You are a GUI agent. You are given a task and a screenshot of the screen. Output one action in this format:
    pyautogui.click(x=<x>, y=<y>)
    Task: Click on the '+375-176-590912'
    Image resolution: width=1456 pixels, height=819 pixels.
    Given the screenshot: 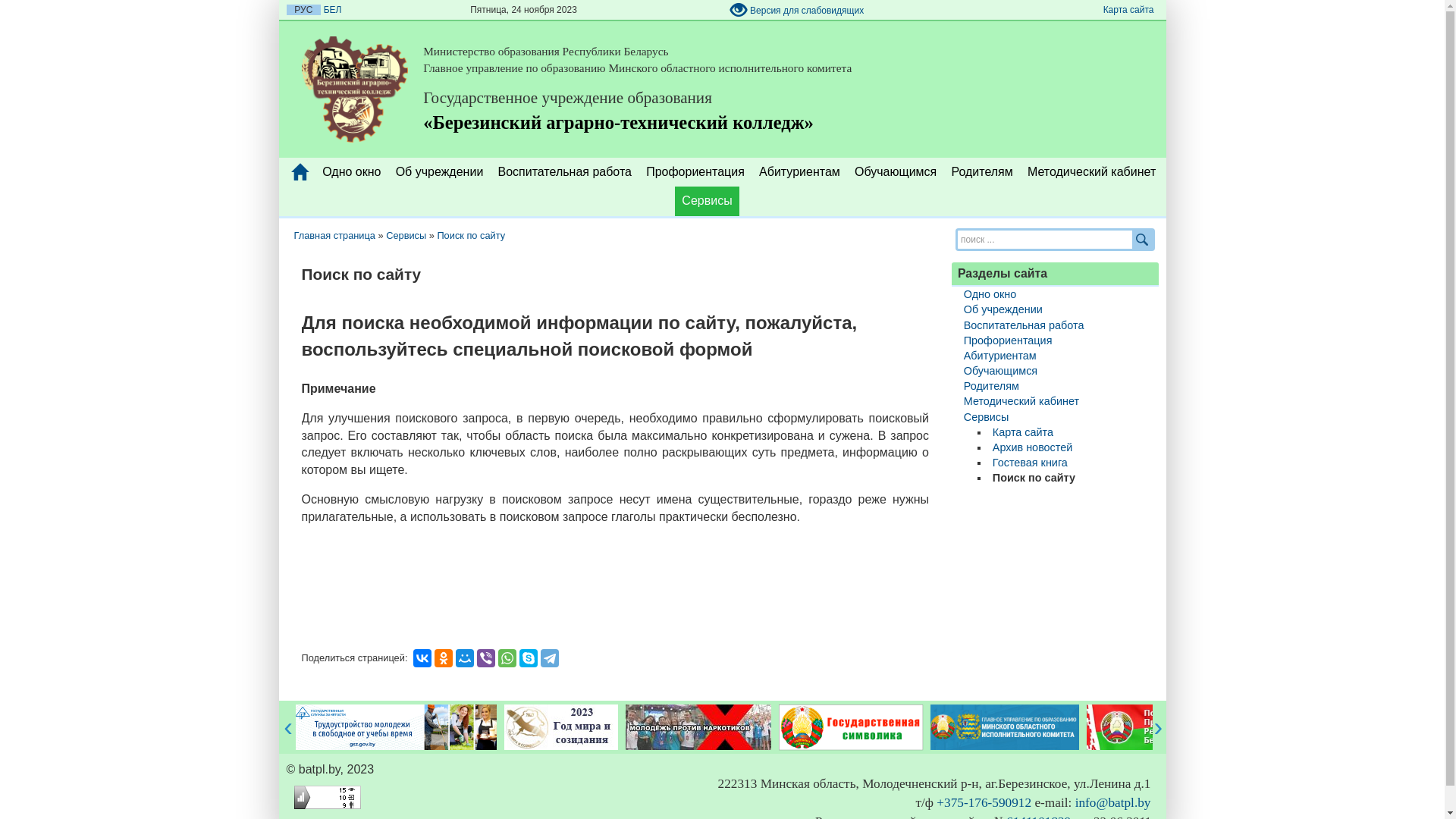 What is the action you would take?
    pyautogui.click(x=984, y=802)
    